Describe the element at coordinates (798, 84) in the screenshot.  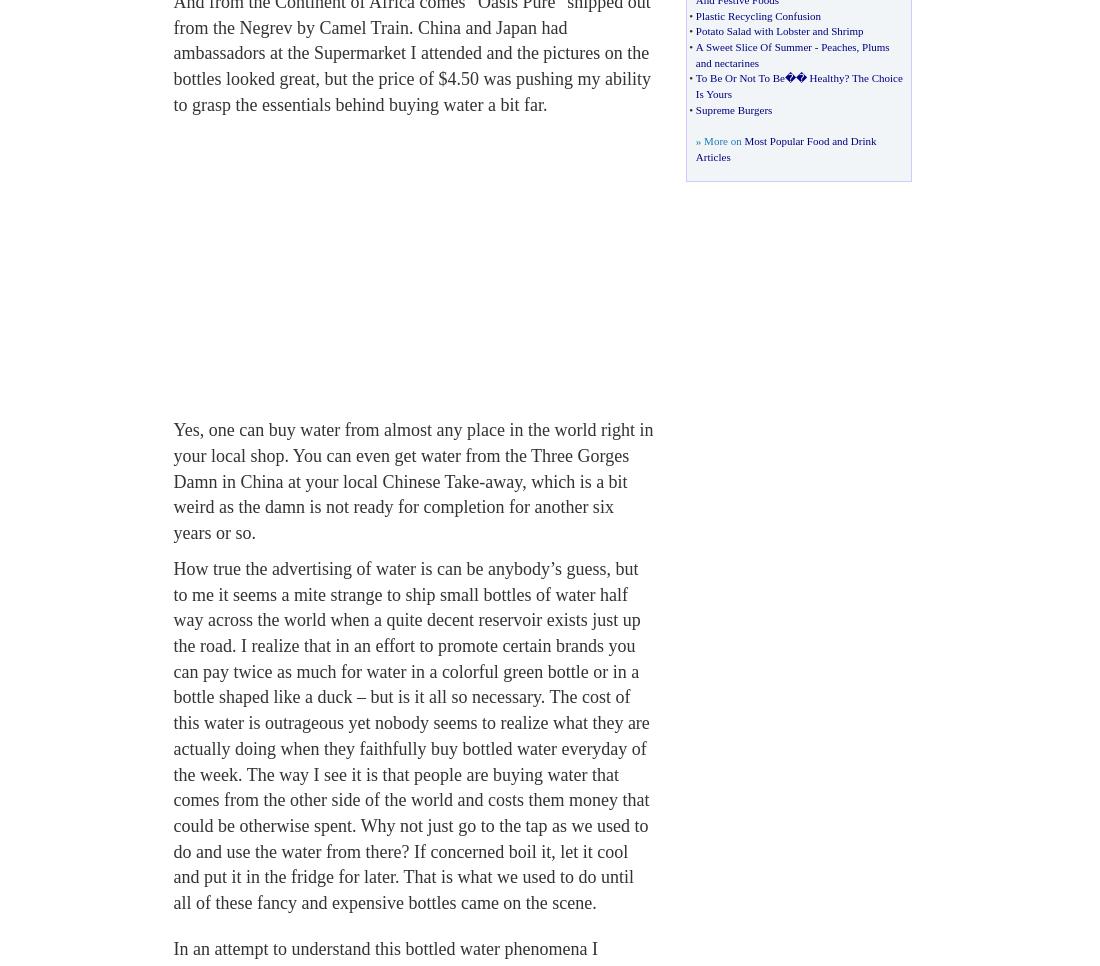
I see `'The Choice Is Yours'` at that location.